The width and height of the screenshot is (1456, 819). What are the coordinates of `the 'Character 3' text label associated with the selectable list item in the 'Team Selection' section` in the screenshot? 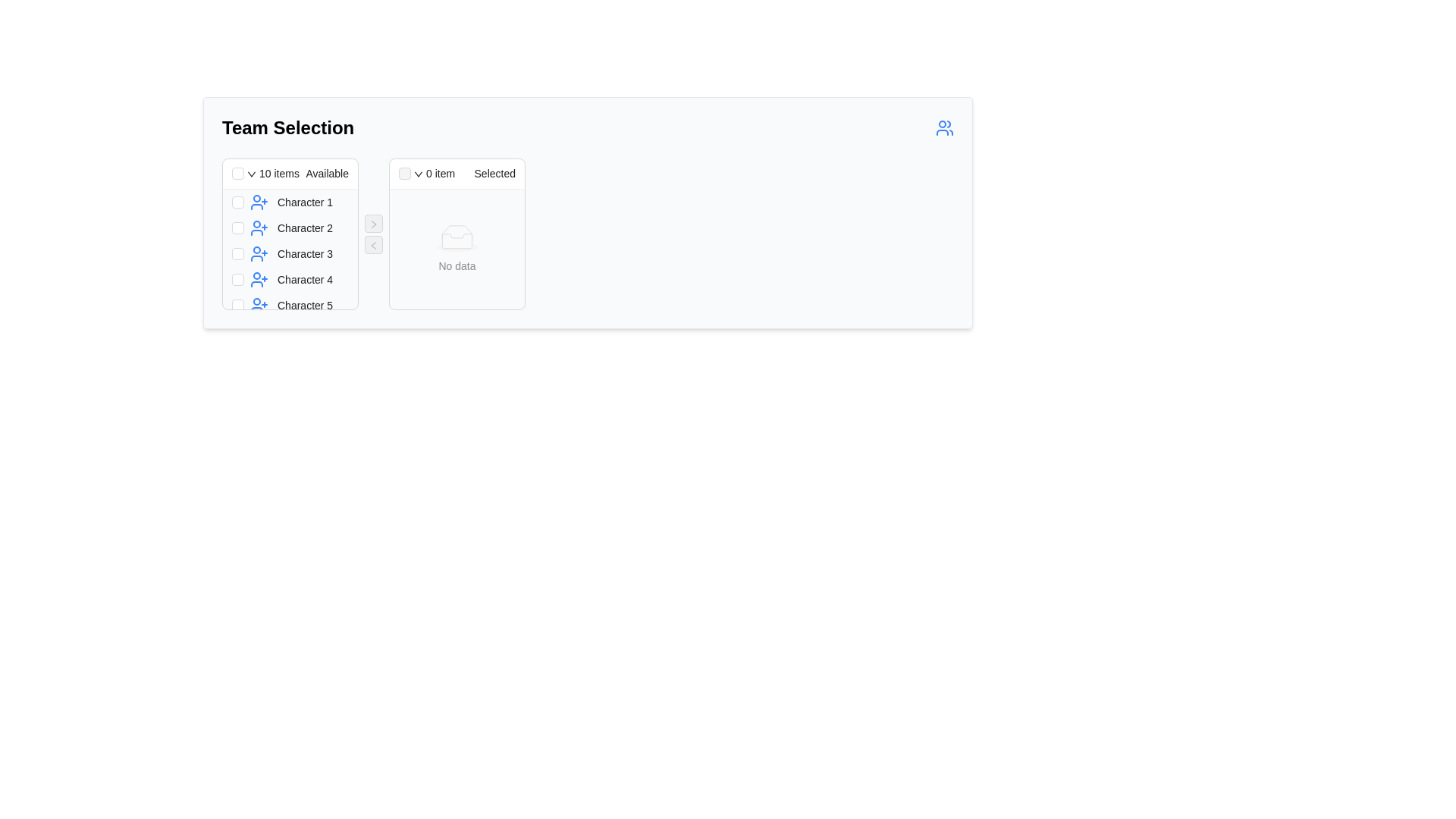 It's located at (299, 253).